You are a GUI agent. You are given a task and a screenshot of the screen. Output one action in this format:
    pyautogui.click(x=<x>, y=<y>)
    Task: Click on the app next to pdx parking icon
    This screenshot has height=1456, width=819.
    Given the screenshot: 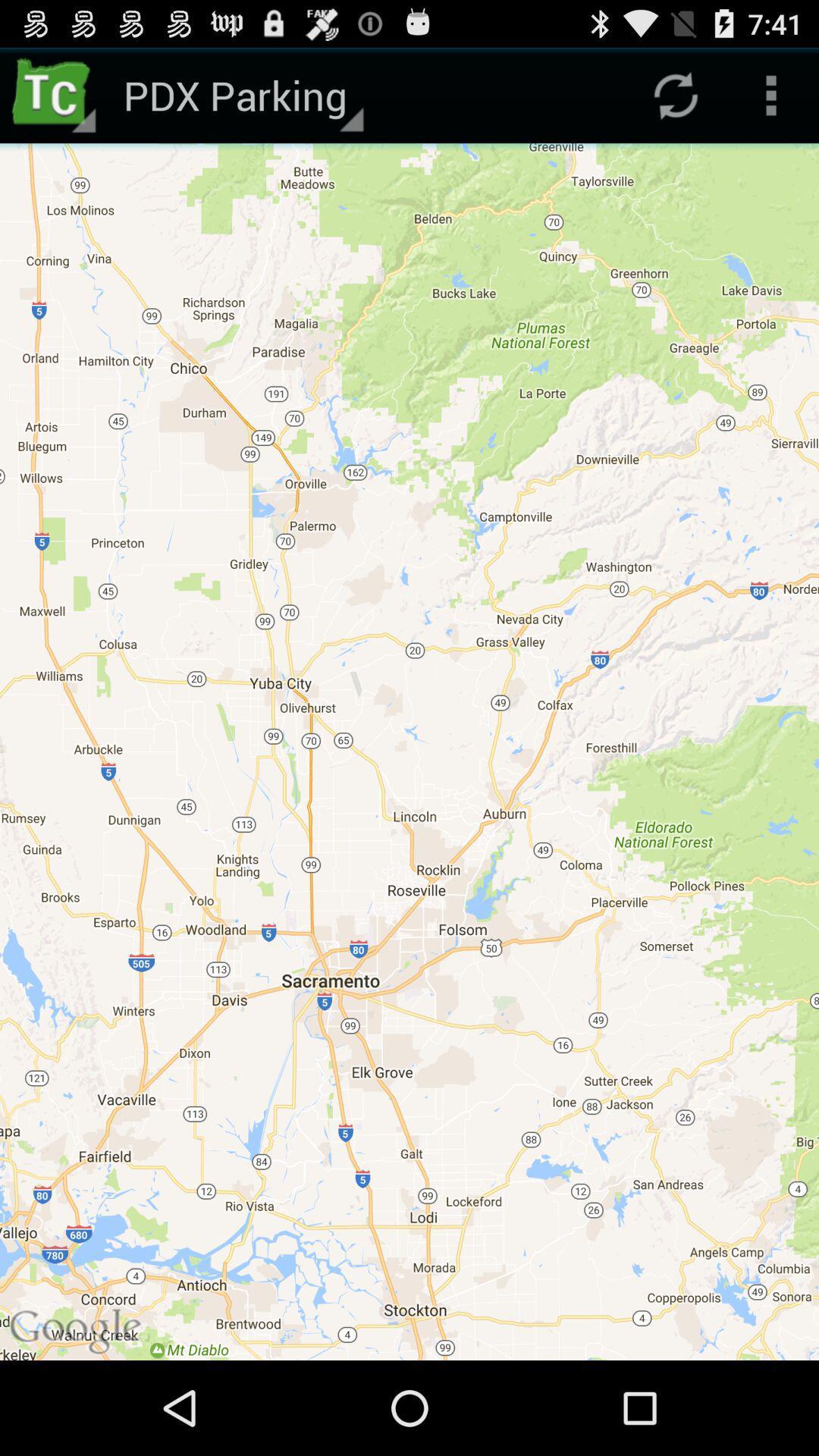 What is the action you would take?
    pyautogui.click(x=55, y=94)
    